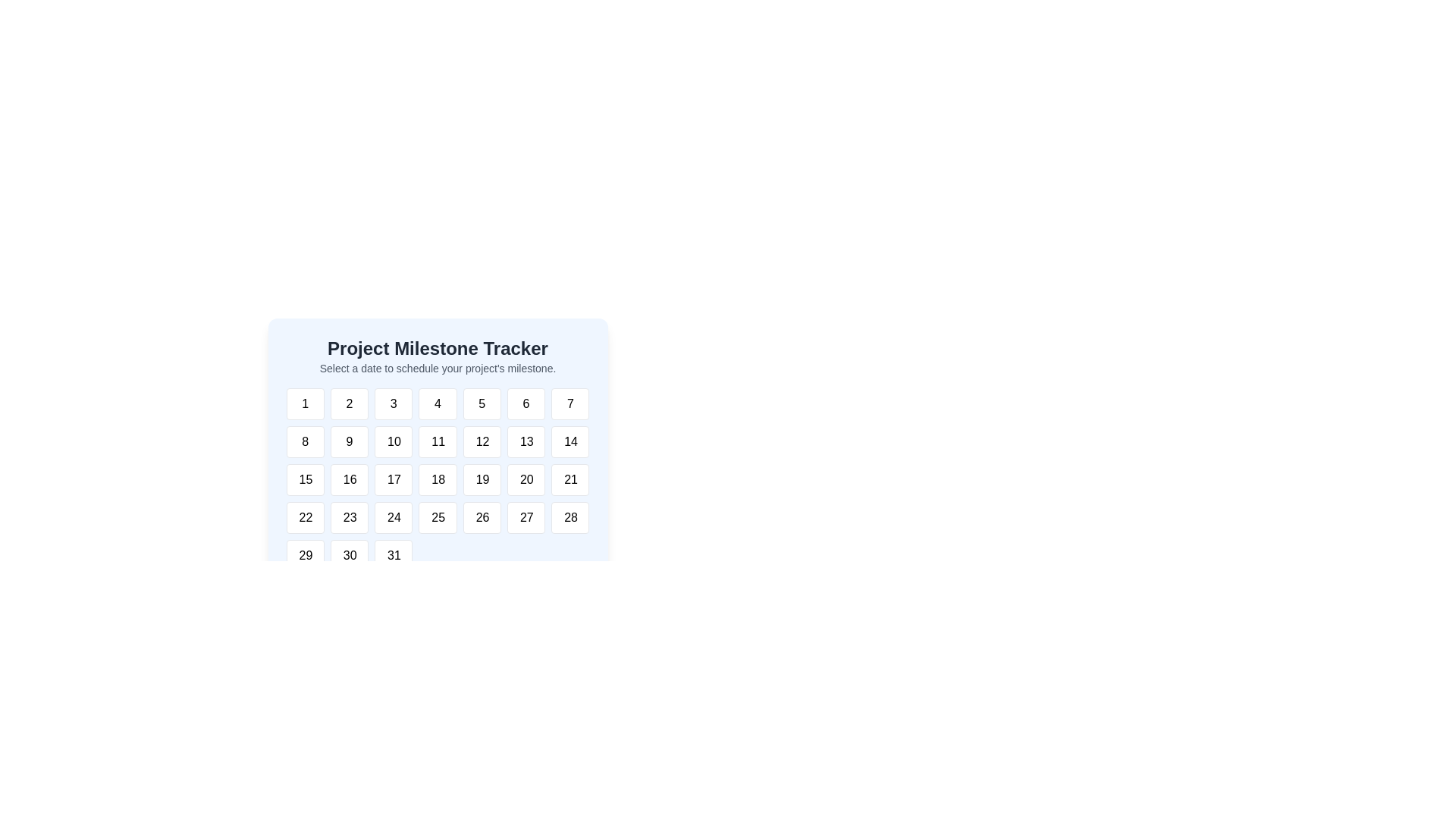  I want to click on the selectable day button in the calendar interface, so click(394, 516).